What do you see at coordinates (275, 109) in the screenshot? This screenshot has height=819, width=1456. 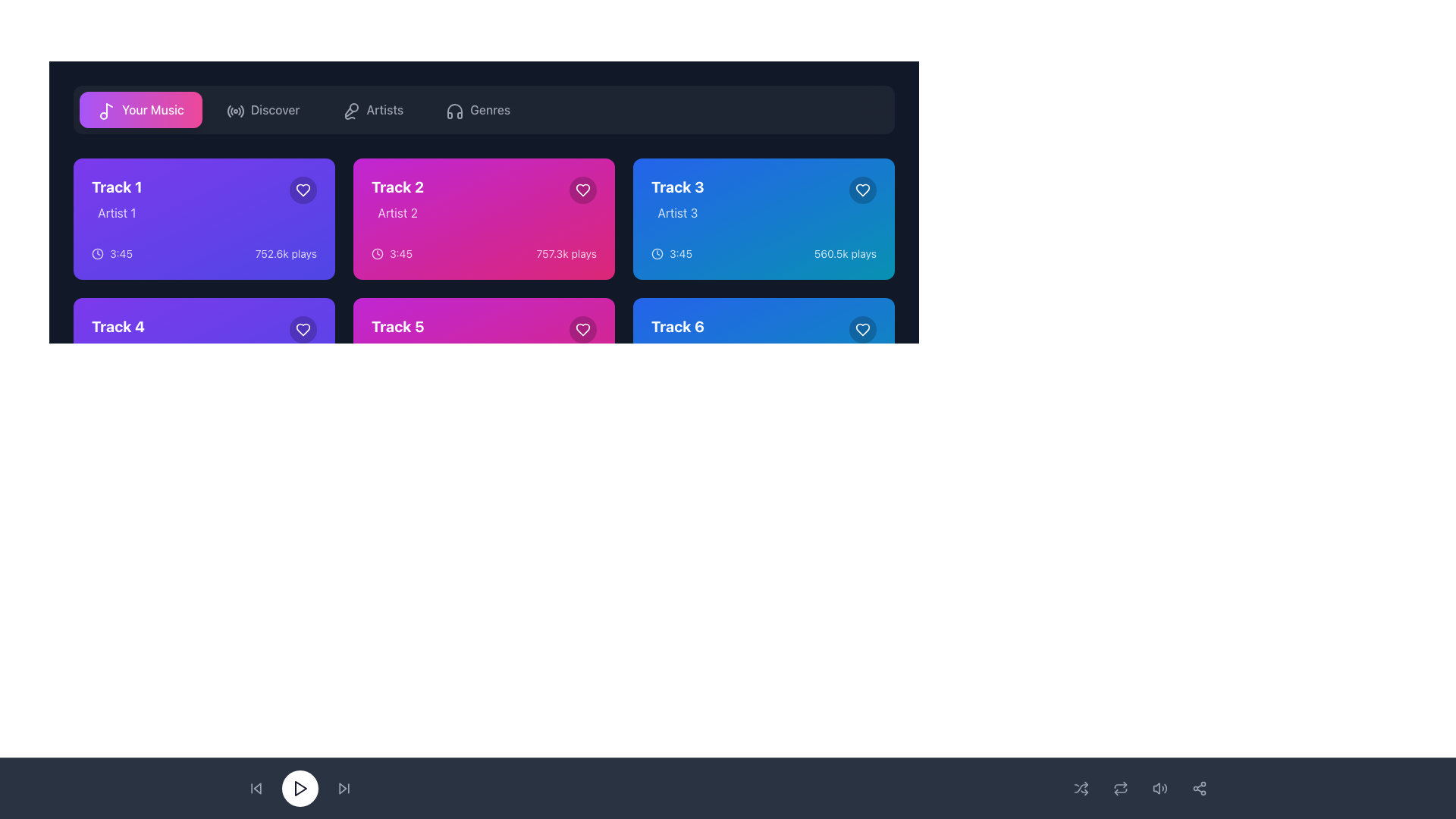 I see `the 'Discover' navigation link located in the top navigation bar` at bounding box center [275, 109].